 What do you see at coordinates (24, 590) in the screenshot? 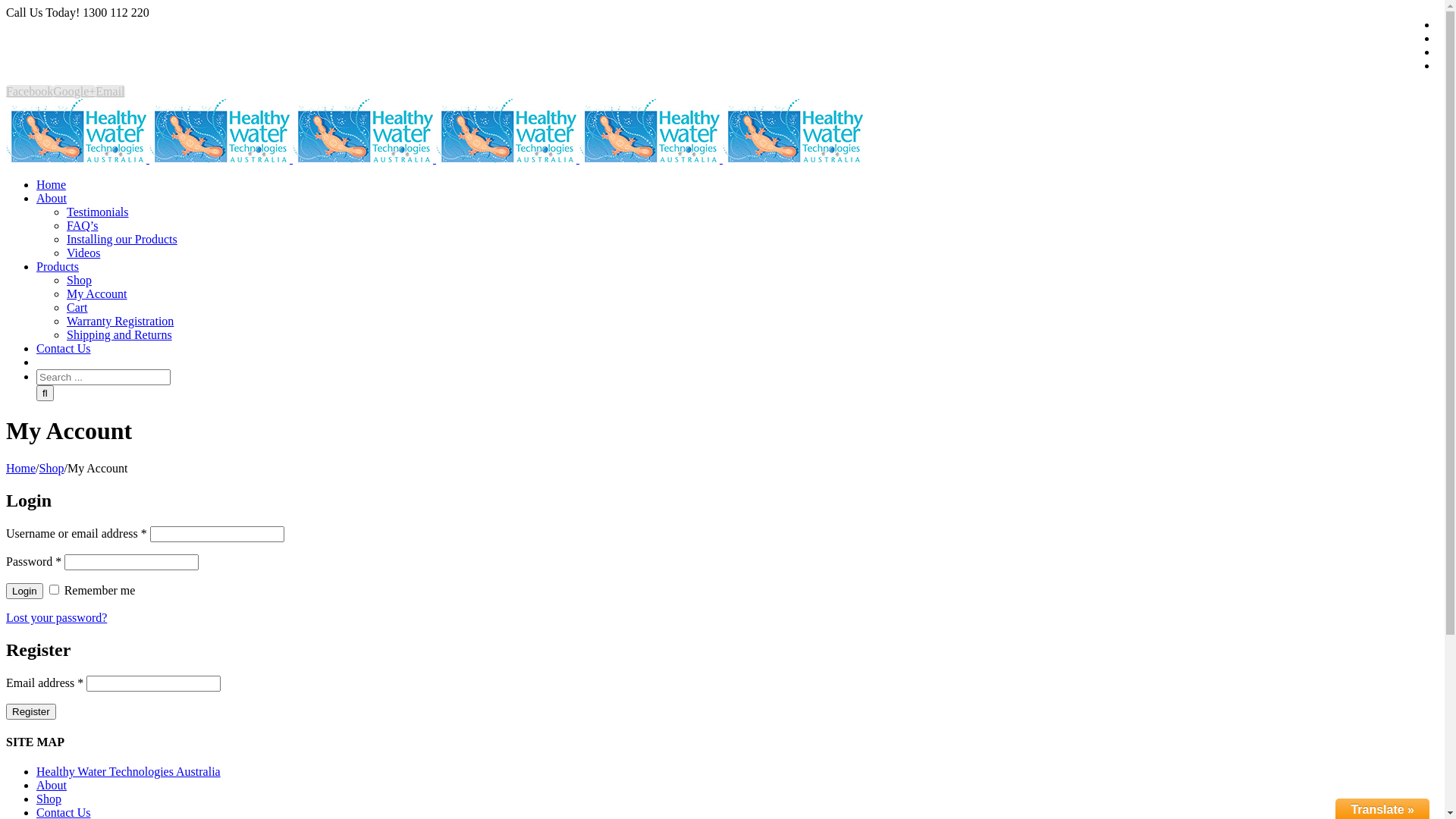
I see `'Login'` at bounding box center [24, 590].